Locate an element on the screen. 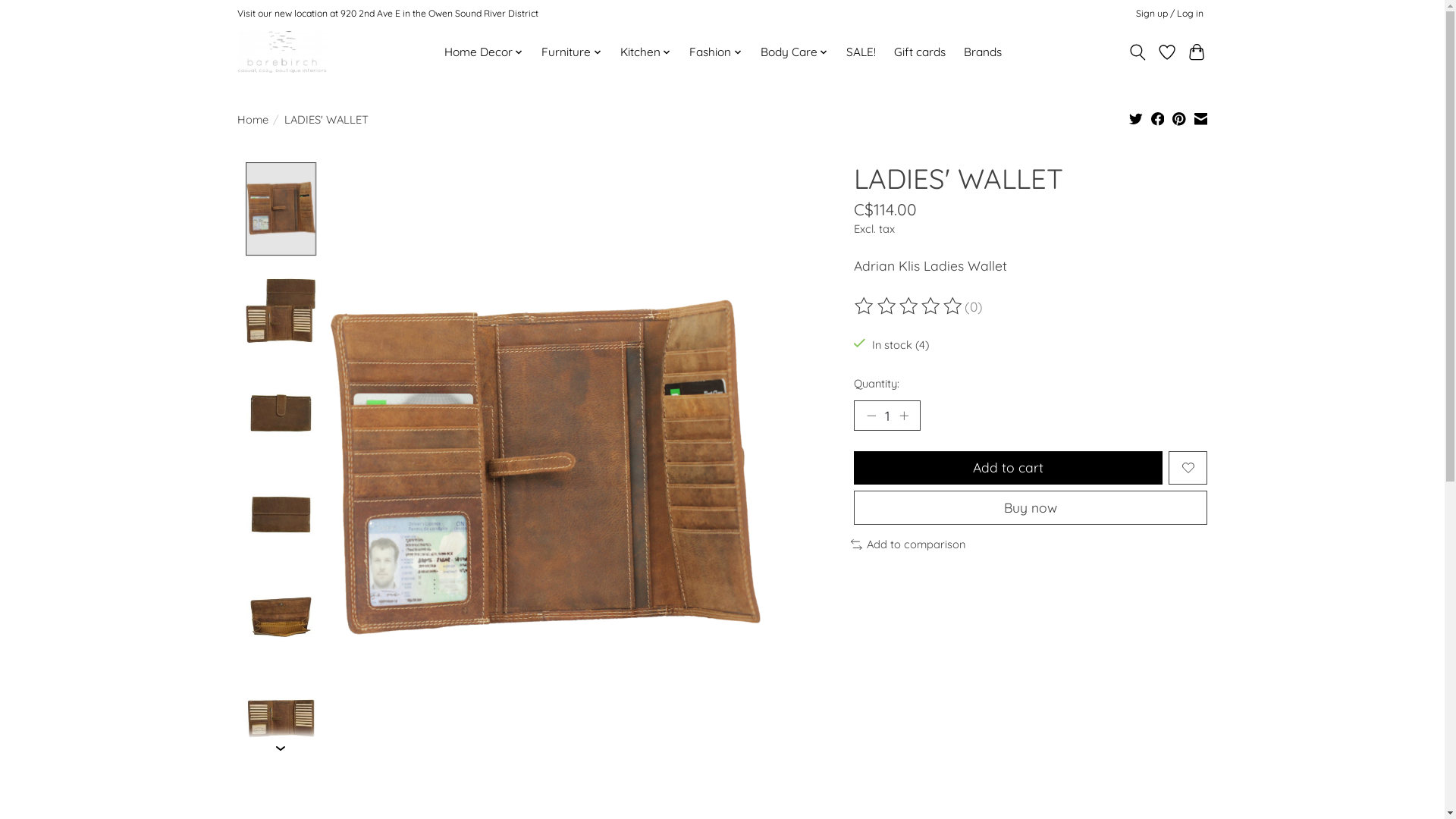 Image resolution: width=1456 pixels, height=819 pixels. 'Gift cards' is located at coordinates (919, 51).